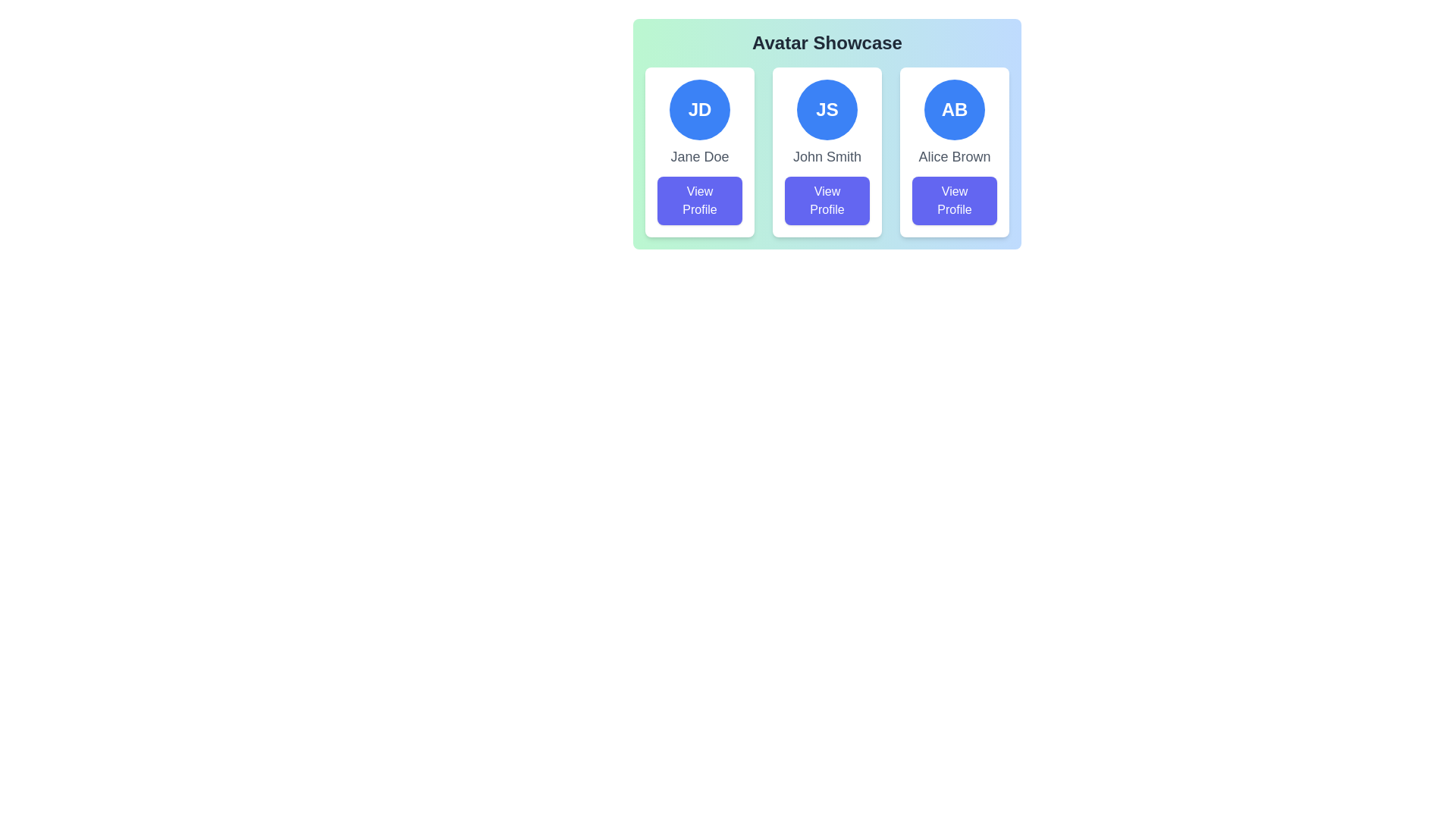  Describe the element at coordinates (826, 109) in the screenshot. I see `the circular avatar icon featuring a bright blue background and initials 'JS', located at the top of the card component` at that location.